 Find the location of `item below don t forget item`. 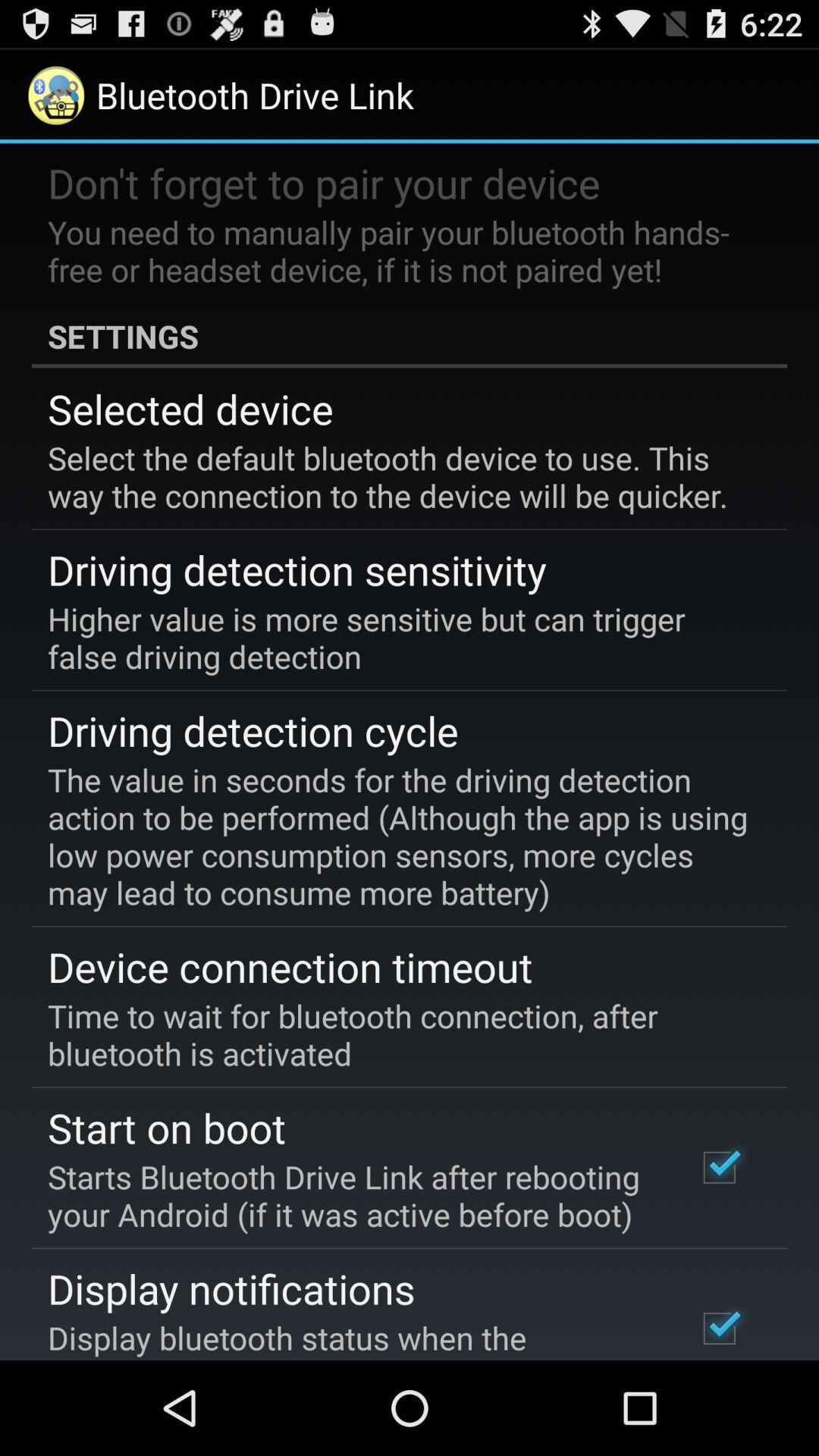

item below don t forget item is located at coordinates (398, 250).